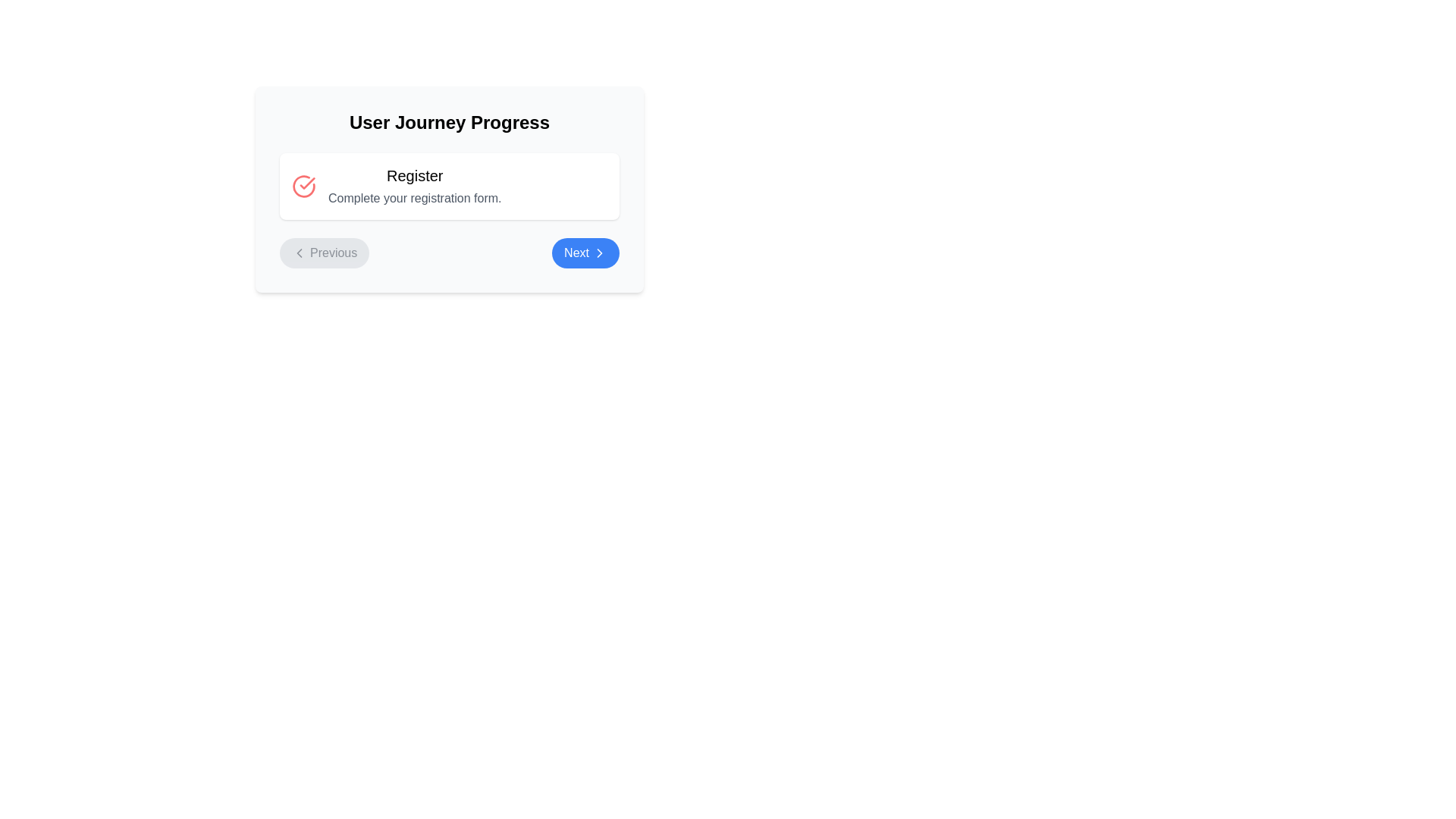 The image size is (1456, 819). I want to click on the 'Previous' button, which has a gray background and a left-pointing chevron, so click(324, 253).